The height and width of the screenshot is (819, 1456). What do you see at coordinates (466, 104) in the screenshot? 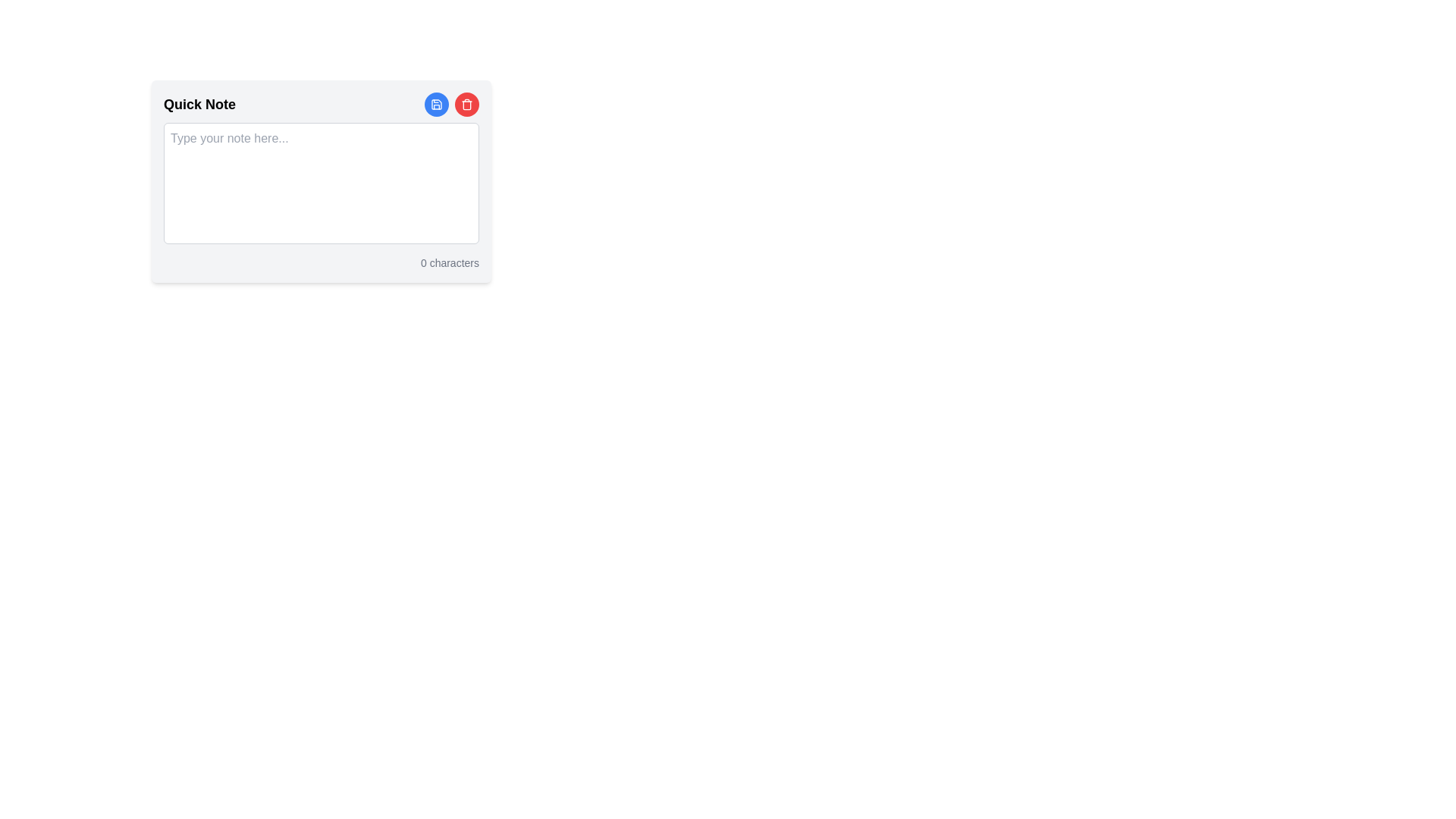
I see `the delete icon button located at the top-right corner of the 'Quick Note' interface` at bounding box center [466, 104].